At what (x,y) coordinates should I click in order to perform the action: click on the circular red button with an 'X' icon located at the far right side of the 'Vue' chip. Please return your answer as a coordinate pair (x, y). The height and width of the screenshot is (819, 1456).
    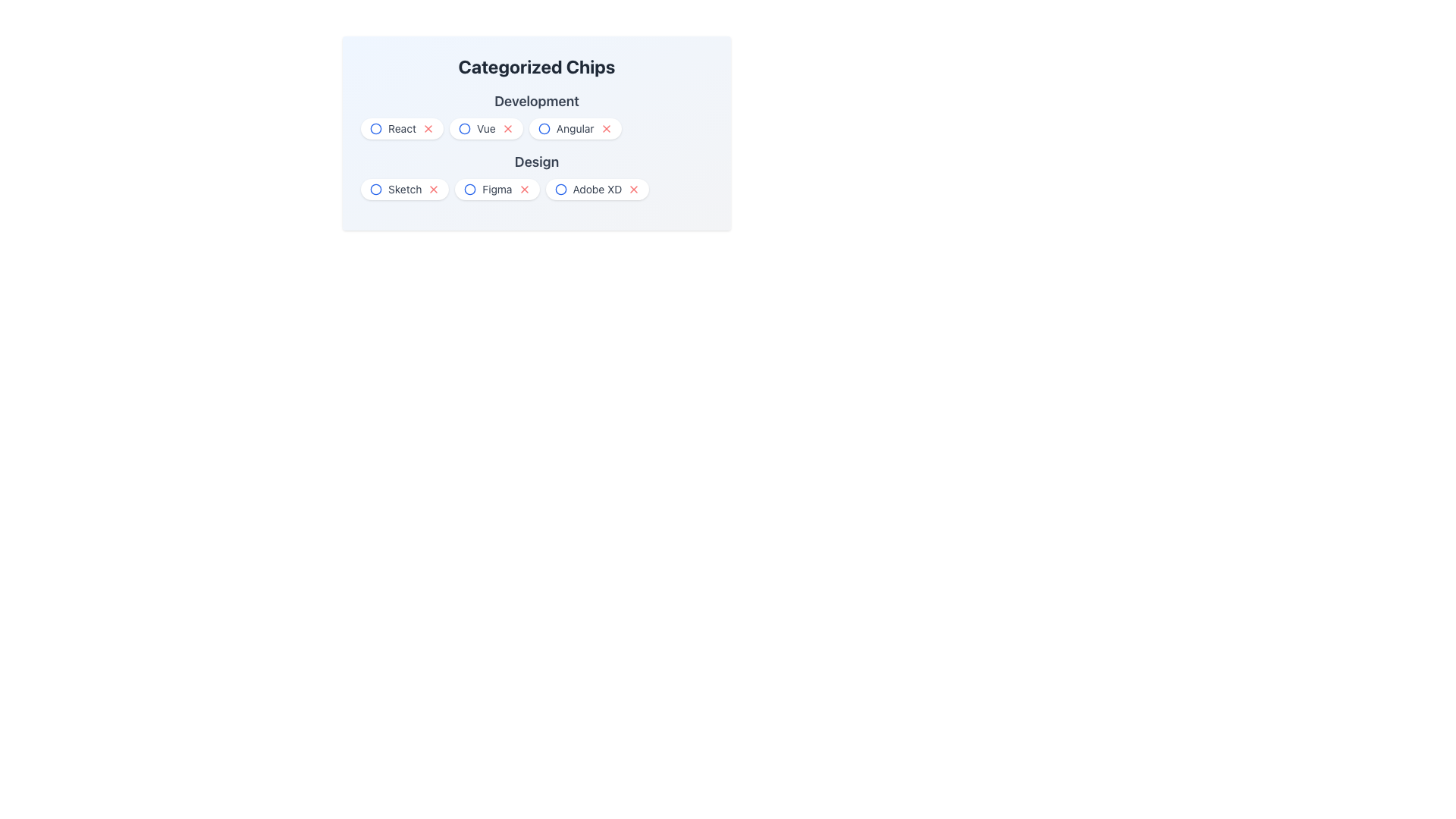
    Looking at the image, I should click on (507, 127).